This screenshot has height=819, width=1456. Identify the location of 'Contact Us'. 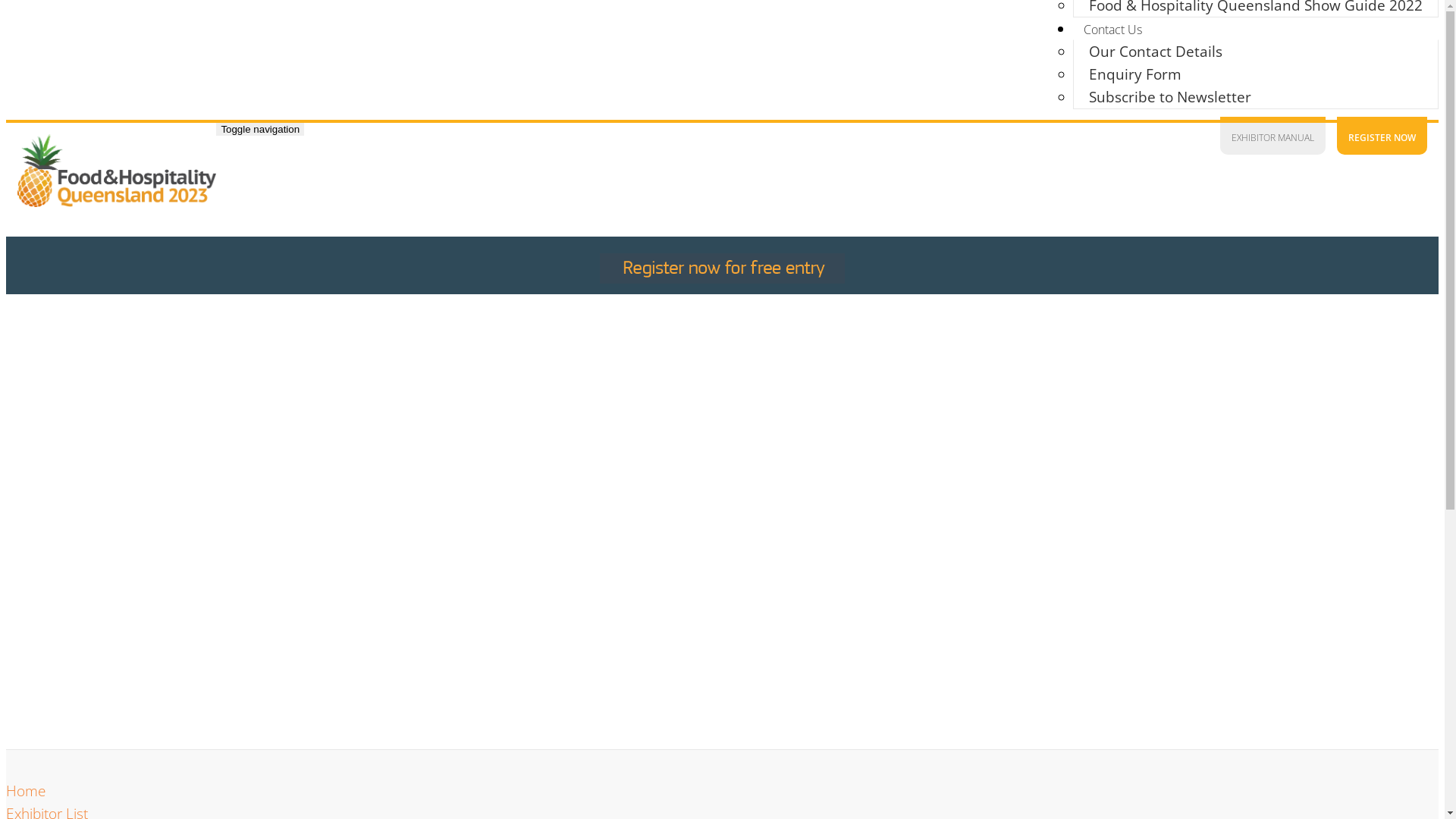
(1112, 29).